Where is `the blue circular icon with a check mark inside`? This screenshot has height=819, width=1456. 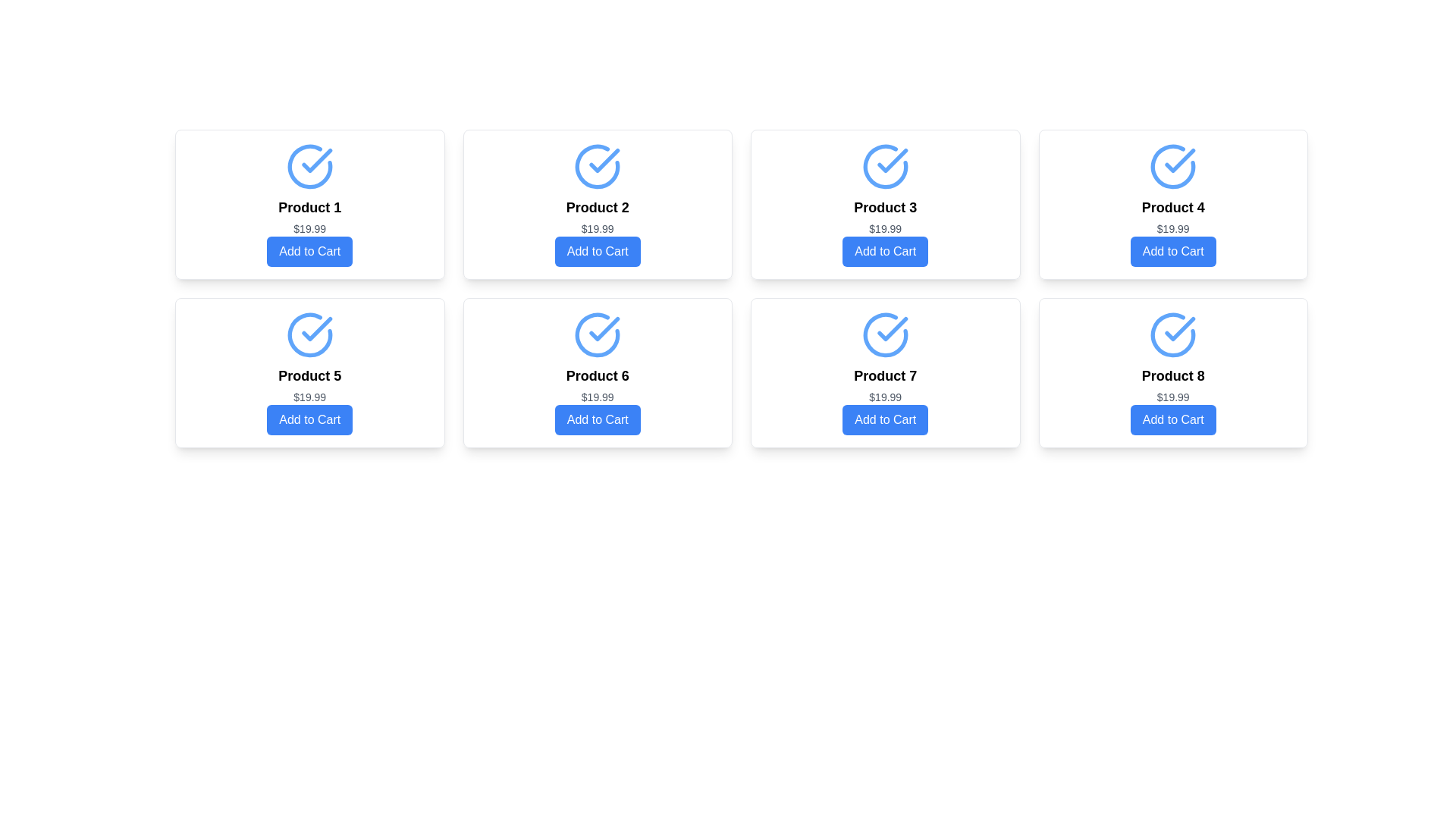
the blue circular icon with a check mark inside is located at coordinates (885, 166).